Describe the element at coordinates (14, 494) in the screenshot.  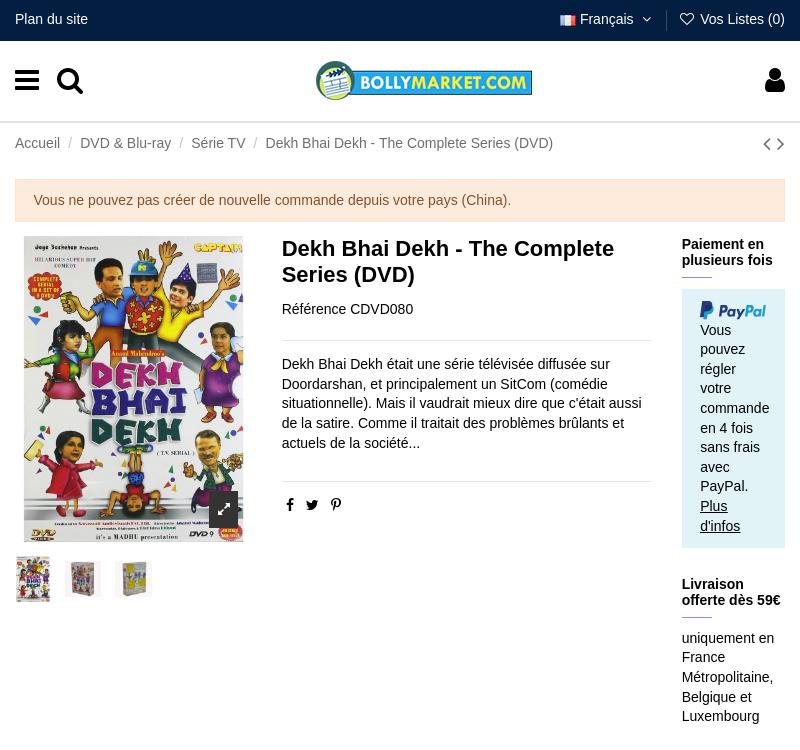
I see `'Pour recevoir toutes les actualités et les offres en avant-première.'` at that location.